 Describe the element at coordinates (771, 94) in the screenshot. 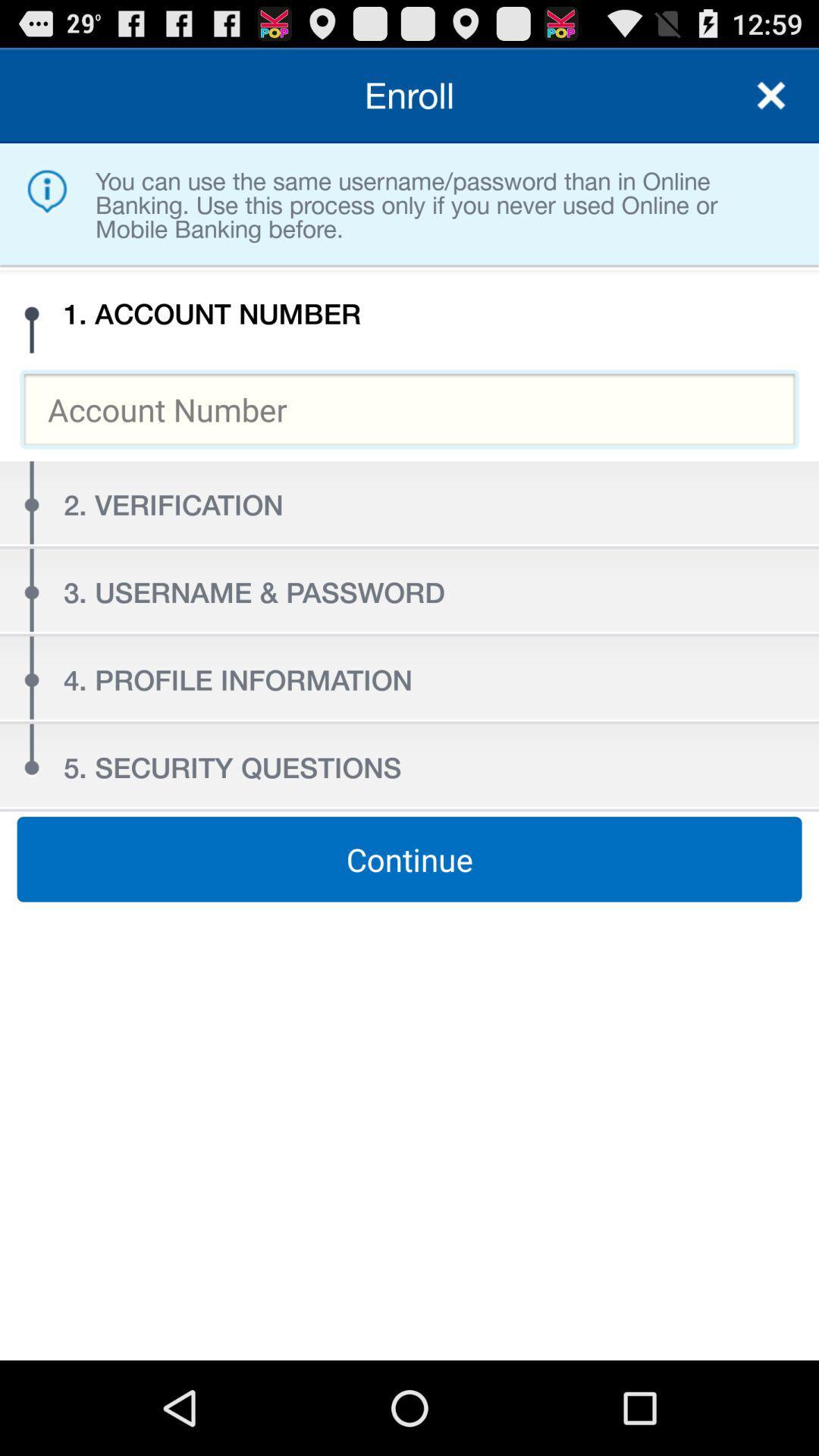

I see `the item next to the enroll` at that location.